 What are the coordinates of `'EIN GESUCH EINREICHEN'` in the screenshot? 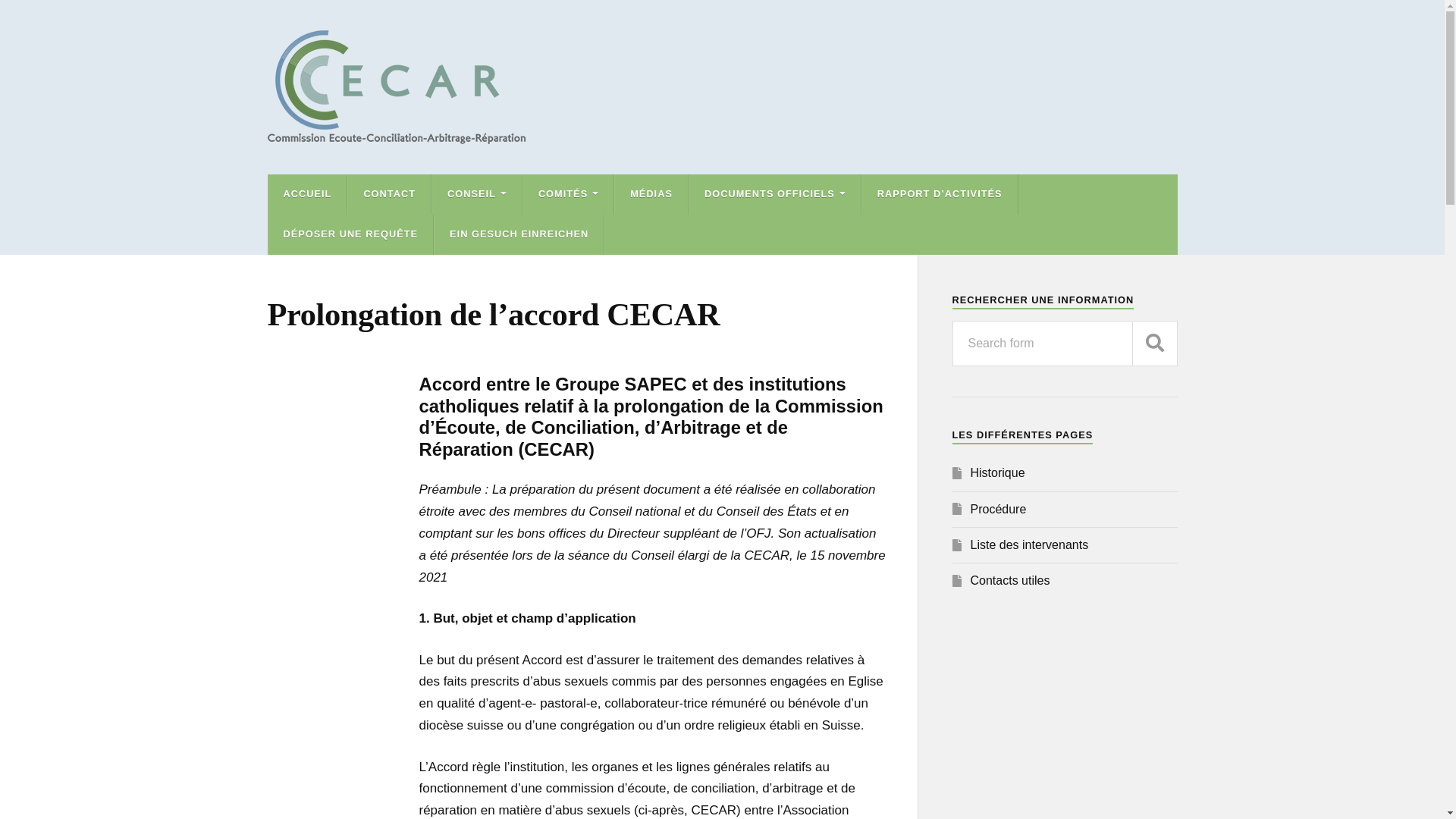 It's located at (519, 234).